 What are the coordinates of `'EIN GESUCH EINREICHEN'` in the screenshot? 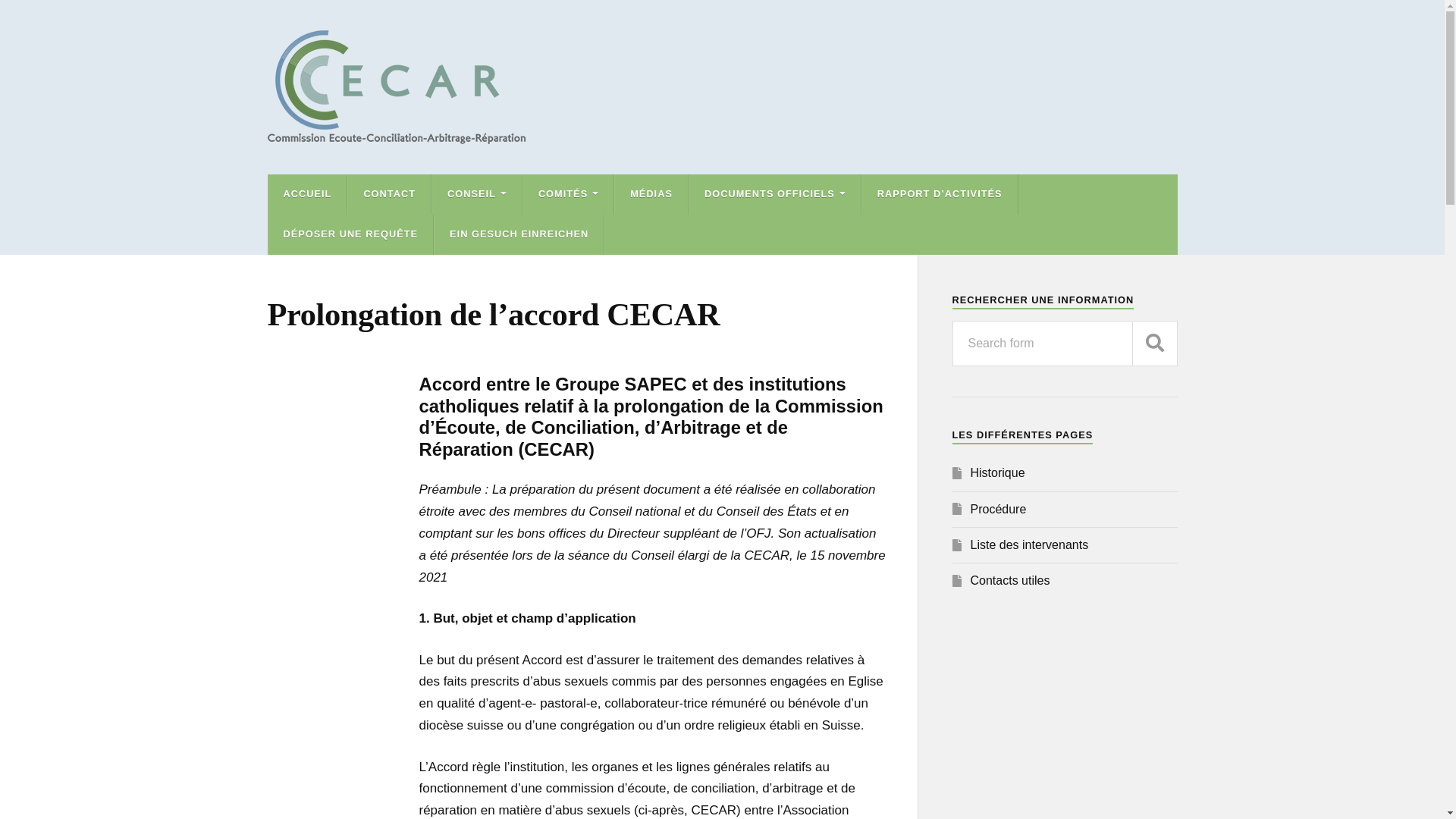 It's located at (519, 234).